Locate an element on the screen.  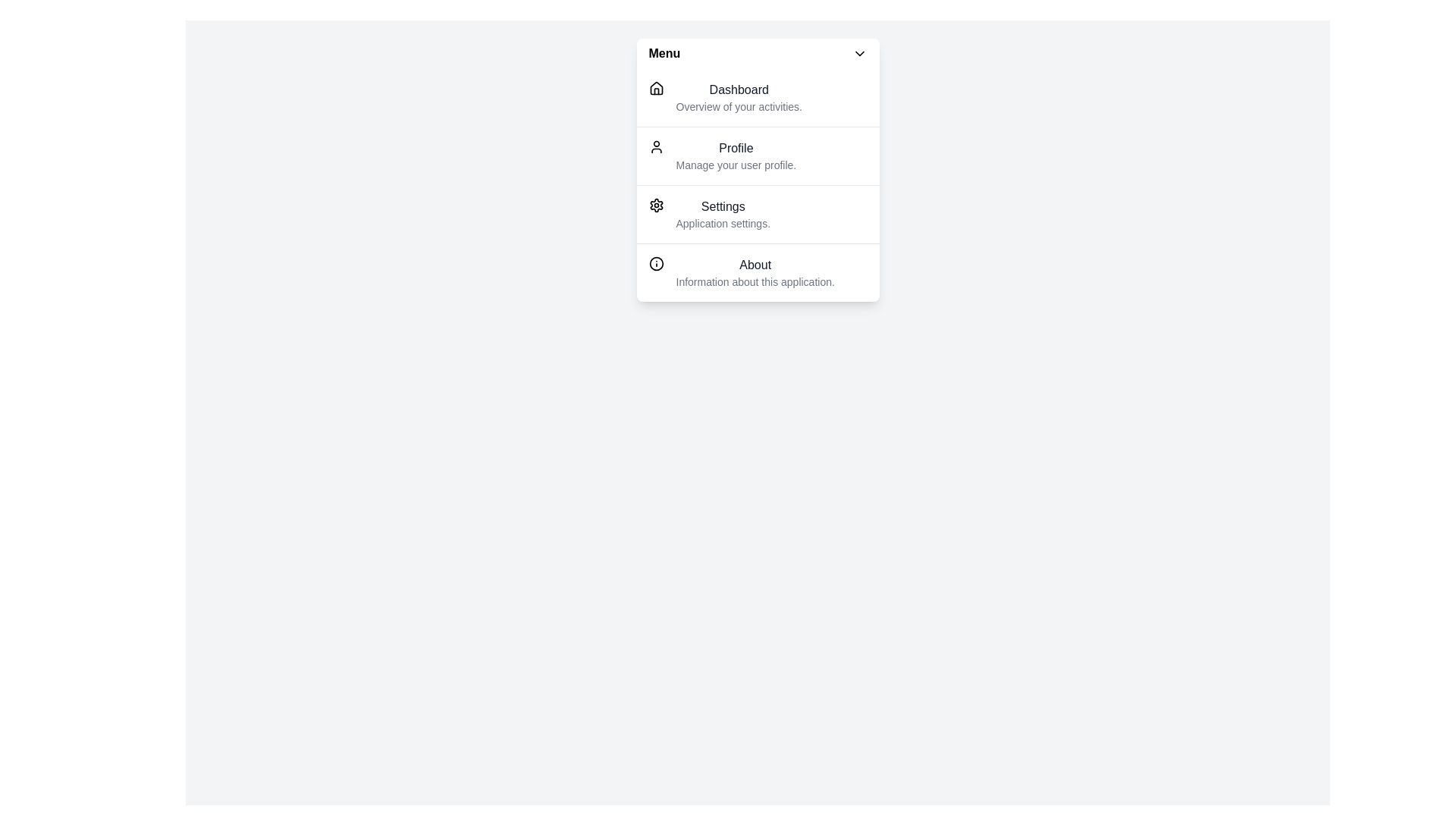
the menu item Dashboard to see visual feedback is located at coordinates (758, 97).